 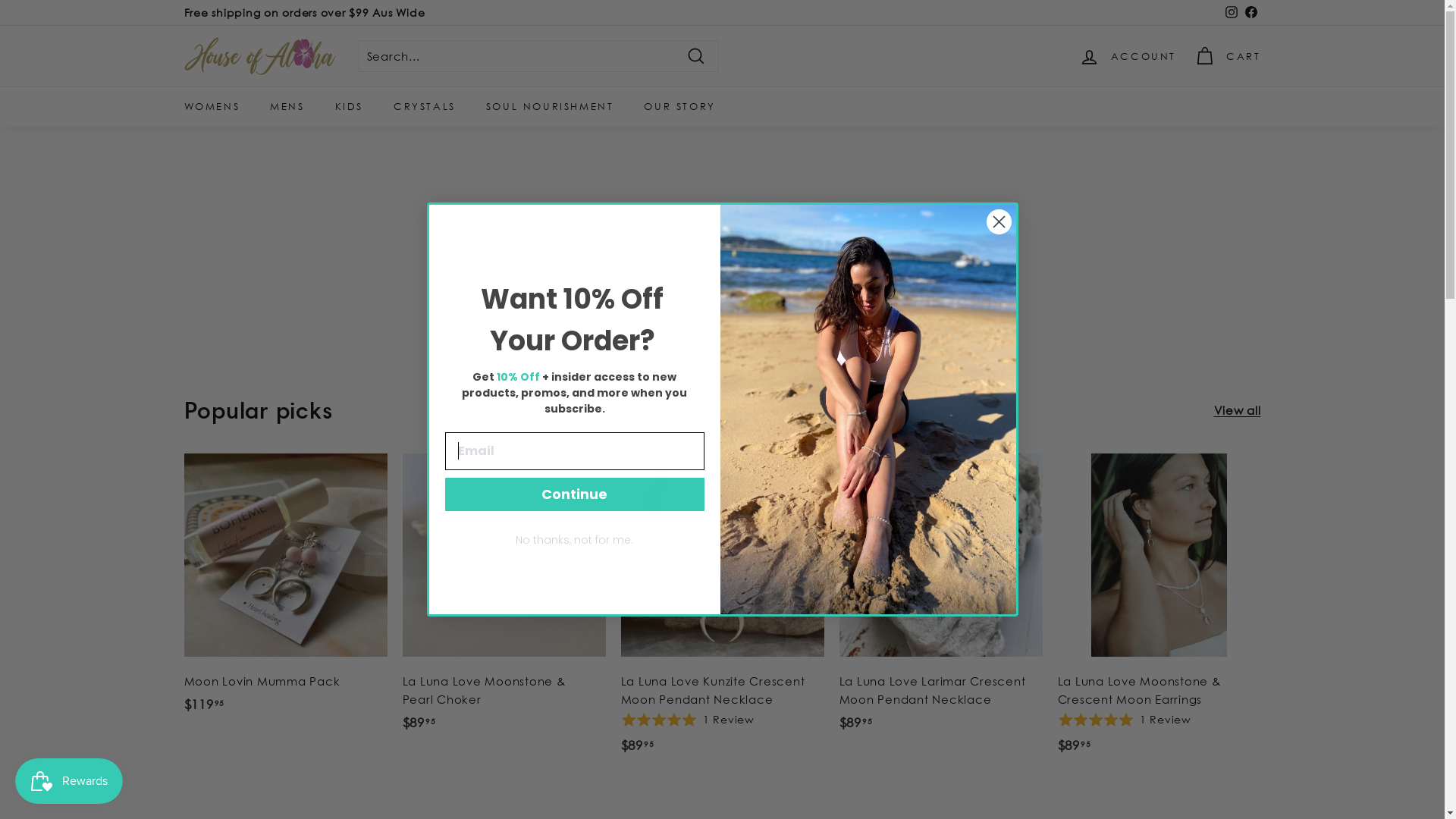 What do you see at coordinates (573, 494) in the screenshot?
I see `'Continue'` at bounding box center [573, 494].